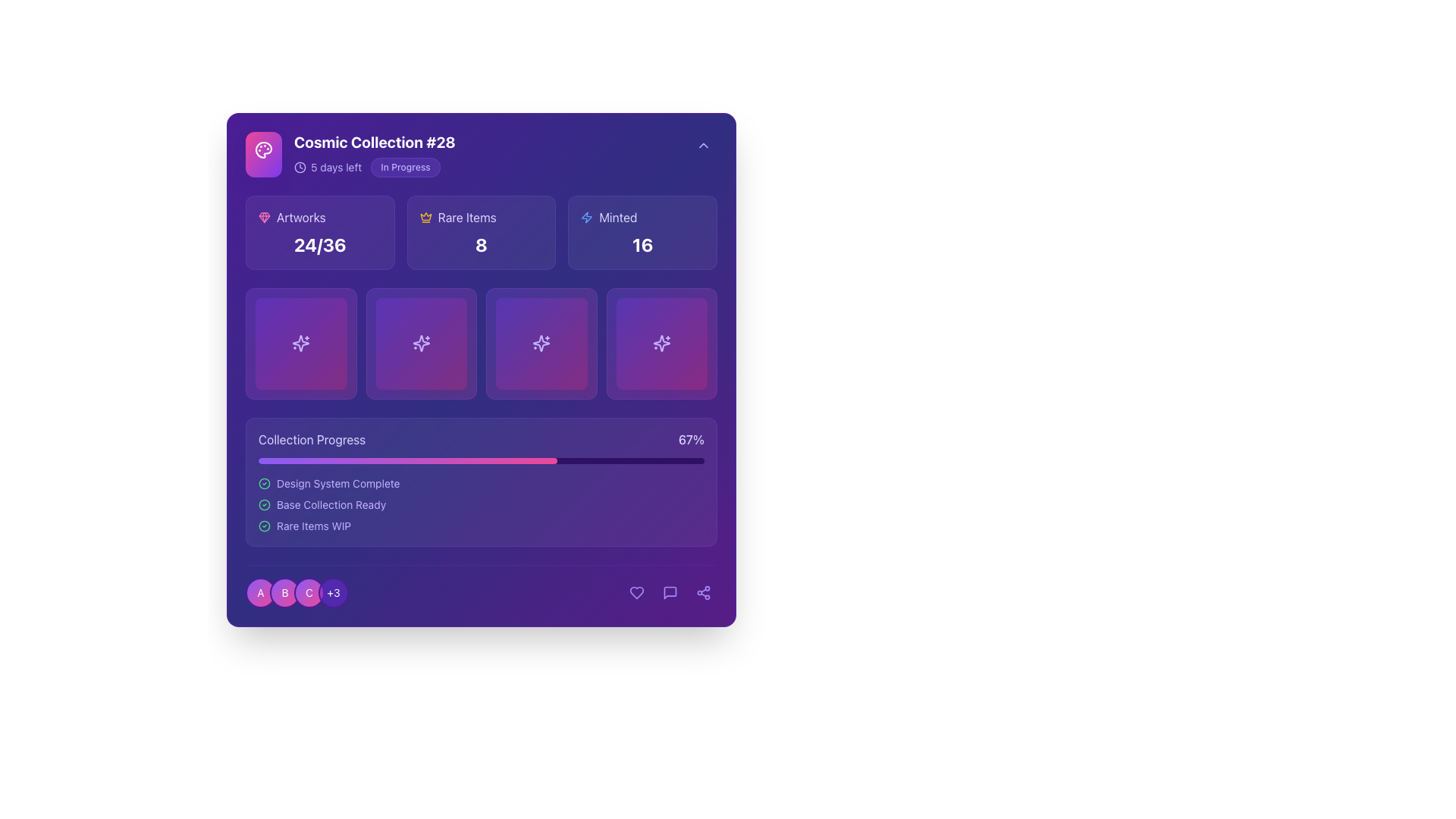 The image size is (1456, 819). Describe the element at coordinates (375, 167) in the screenshot. I see `the Status indicator for the 'Cosmic Collection #28', which shows '5 days left' and 'In Progress', to access contextual options if available` at that location.